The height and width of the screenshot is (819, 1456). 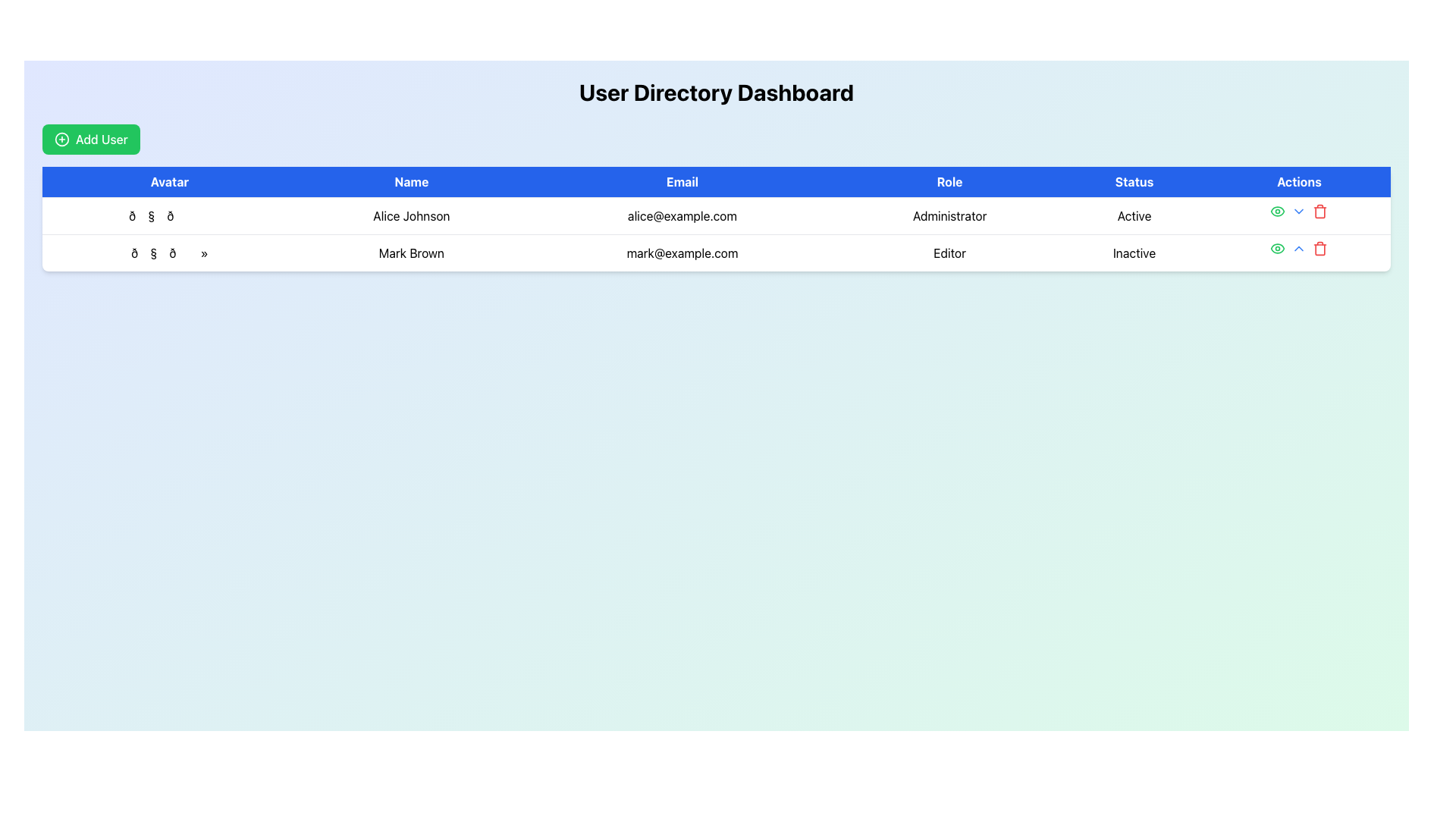 What do you see at coordinates (1277, 247) in the screenshot?
I see `the green eye-shaped icon` at bounding box center [1277, 247].